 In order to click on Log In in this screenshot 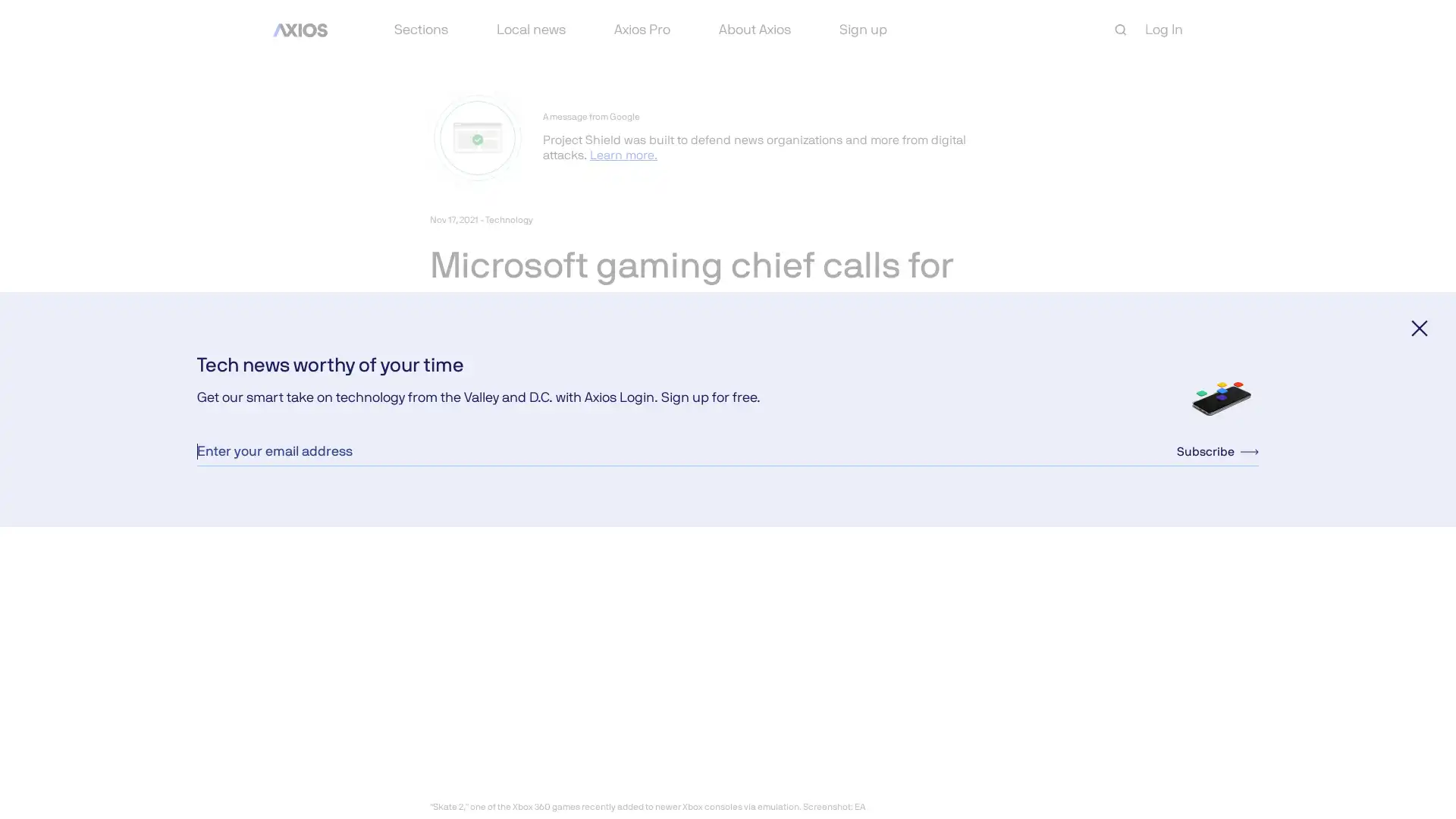, I will do `click(1163, 29)`.